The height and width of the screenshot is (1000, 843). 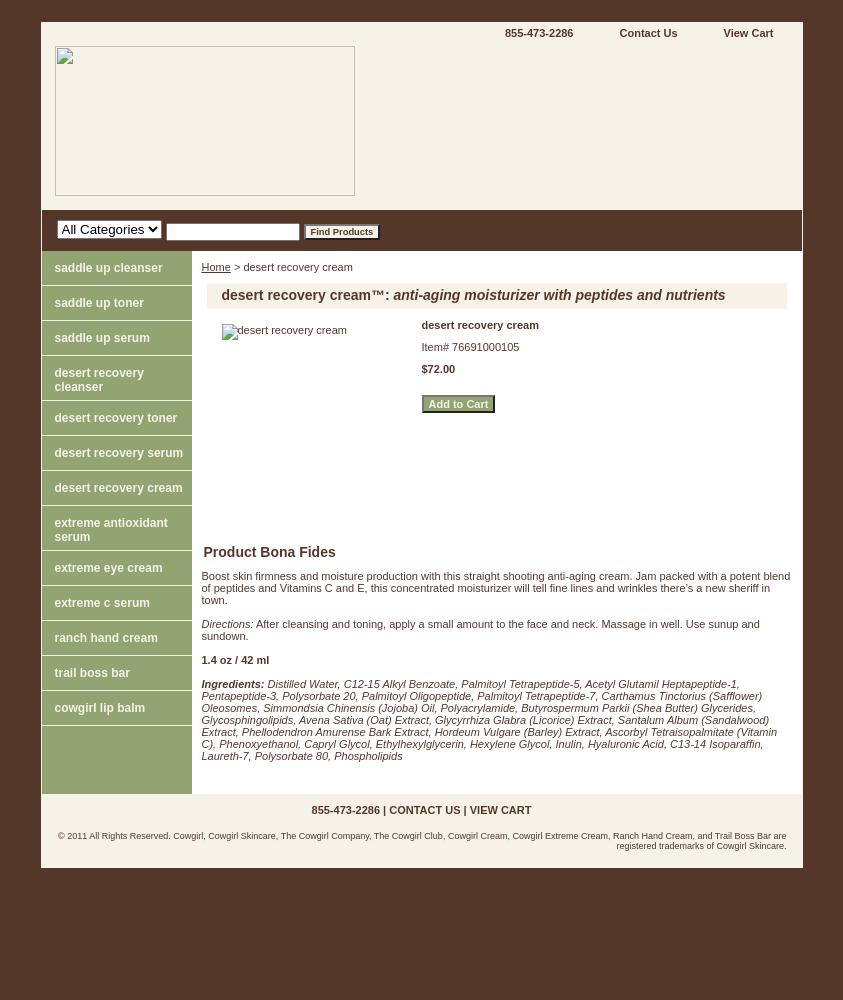 I want to click on 'extreme c serum', so click(x=100, y=601).